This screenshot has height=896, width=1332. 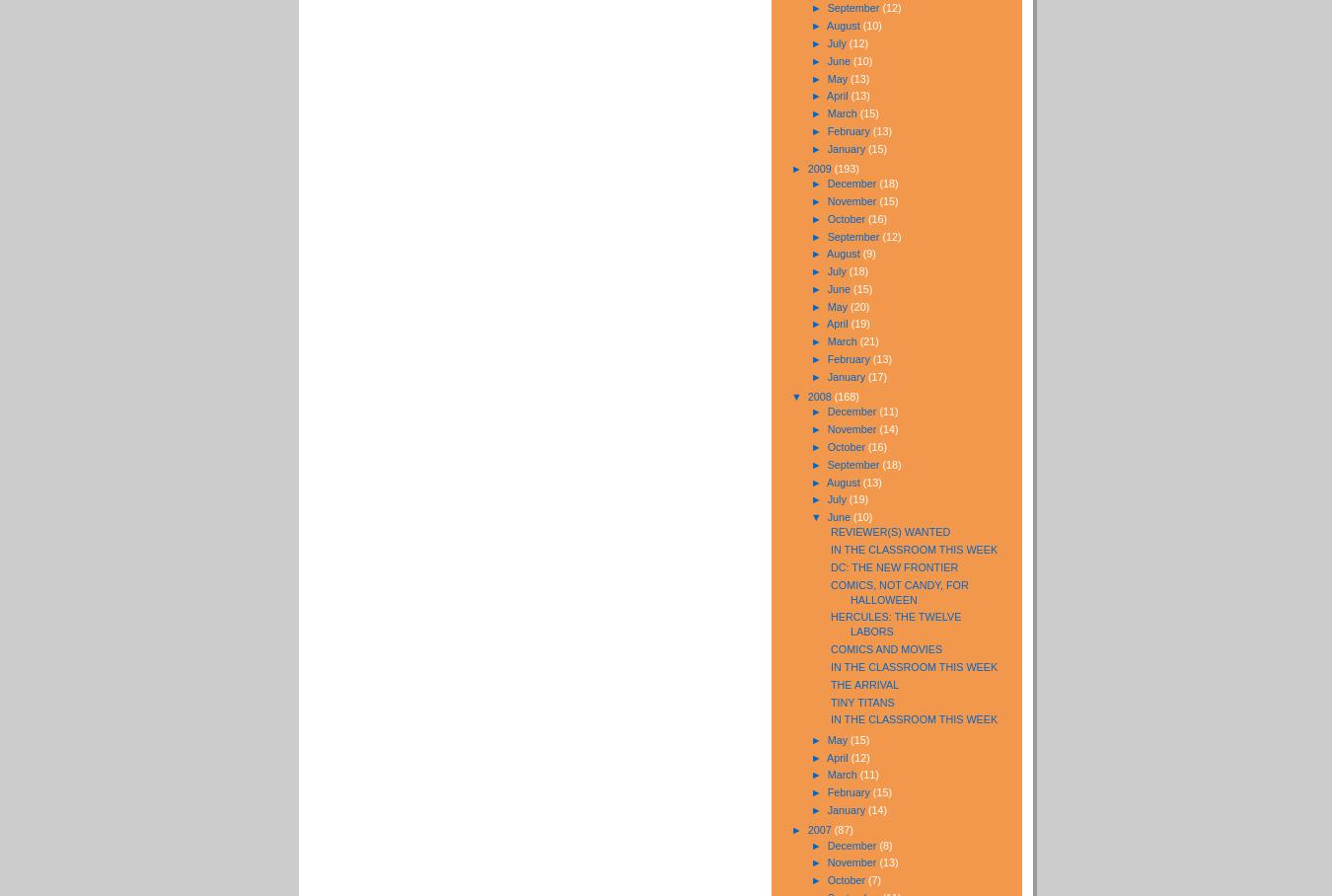 I want to click on '(193)', so click(x=846, y=167).